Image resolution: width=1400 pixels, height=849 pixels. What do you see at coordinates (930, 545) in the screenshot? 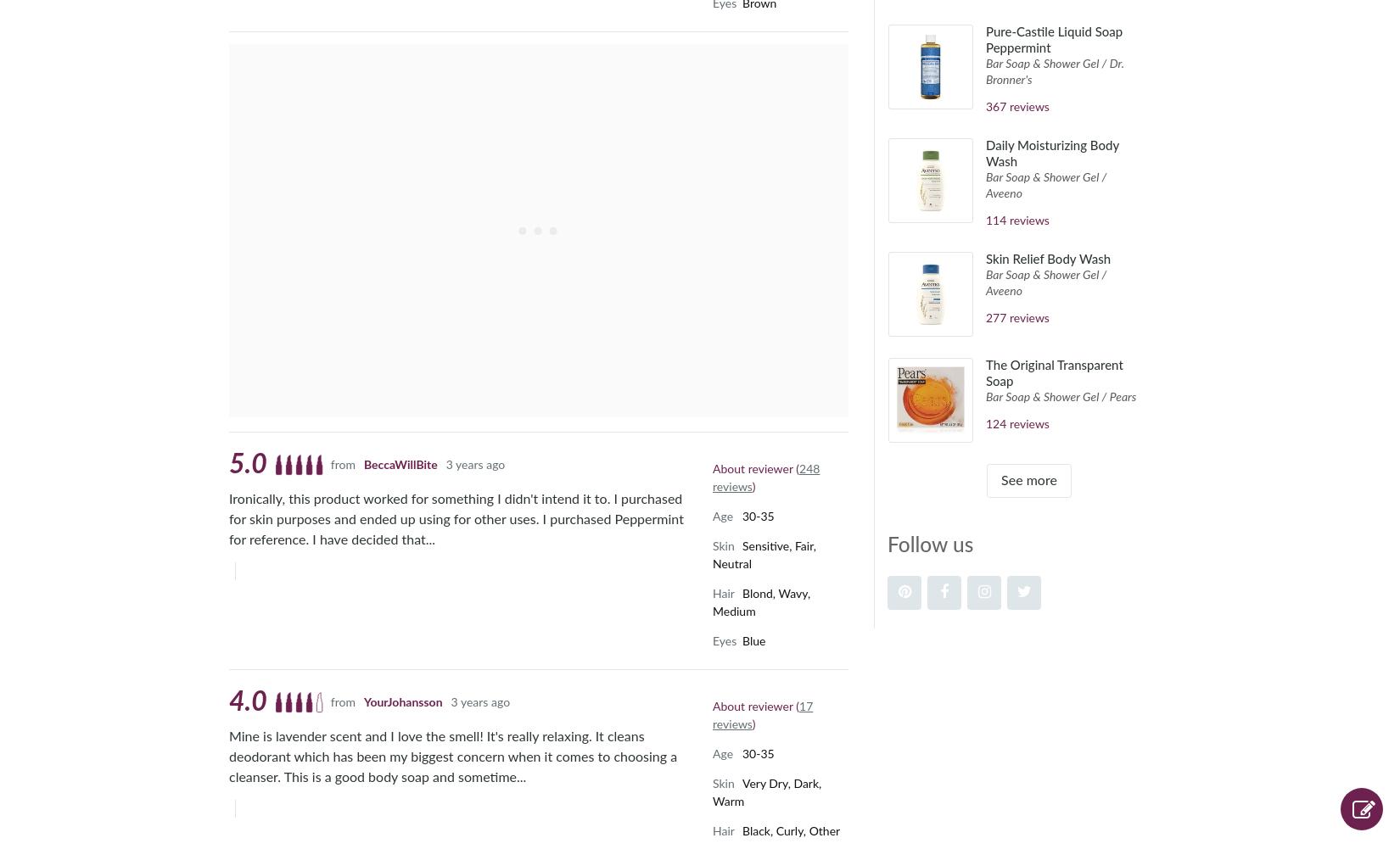
I see `'Follow us'` at bounding box center [930, 545].